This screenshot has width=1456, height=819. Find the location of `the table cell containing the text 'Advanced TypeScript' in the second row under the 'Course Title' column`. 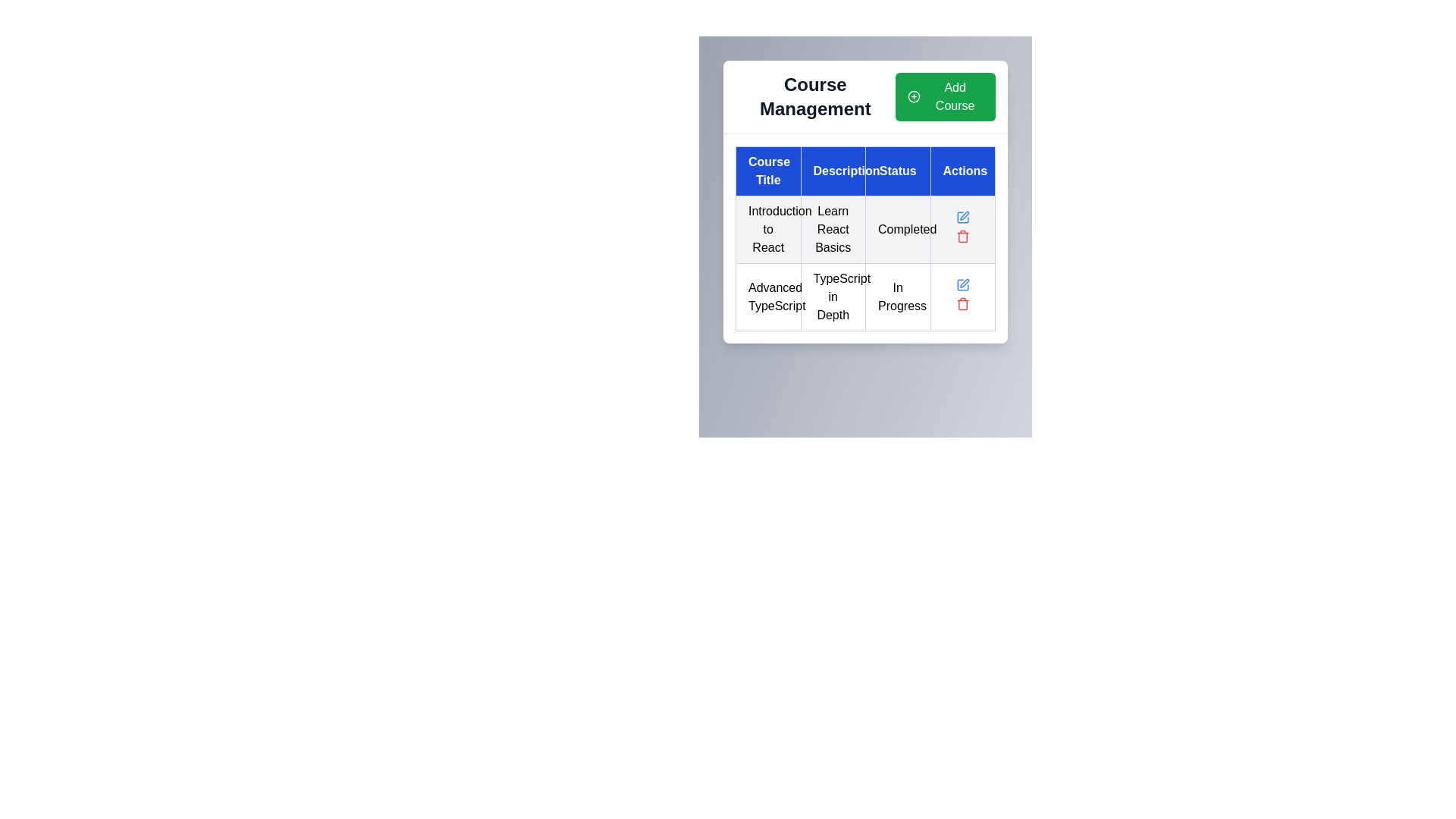

the table cell containing the text 'Advanced TypeScript' in the second row under the 'Course Title' column is located at coordinates (768, 297).